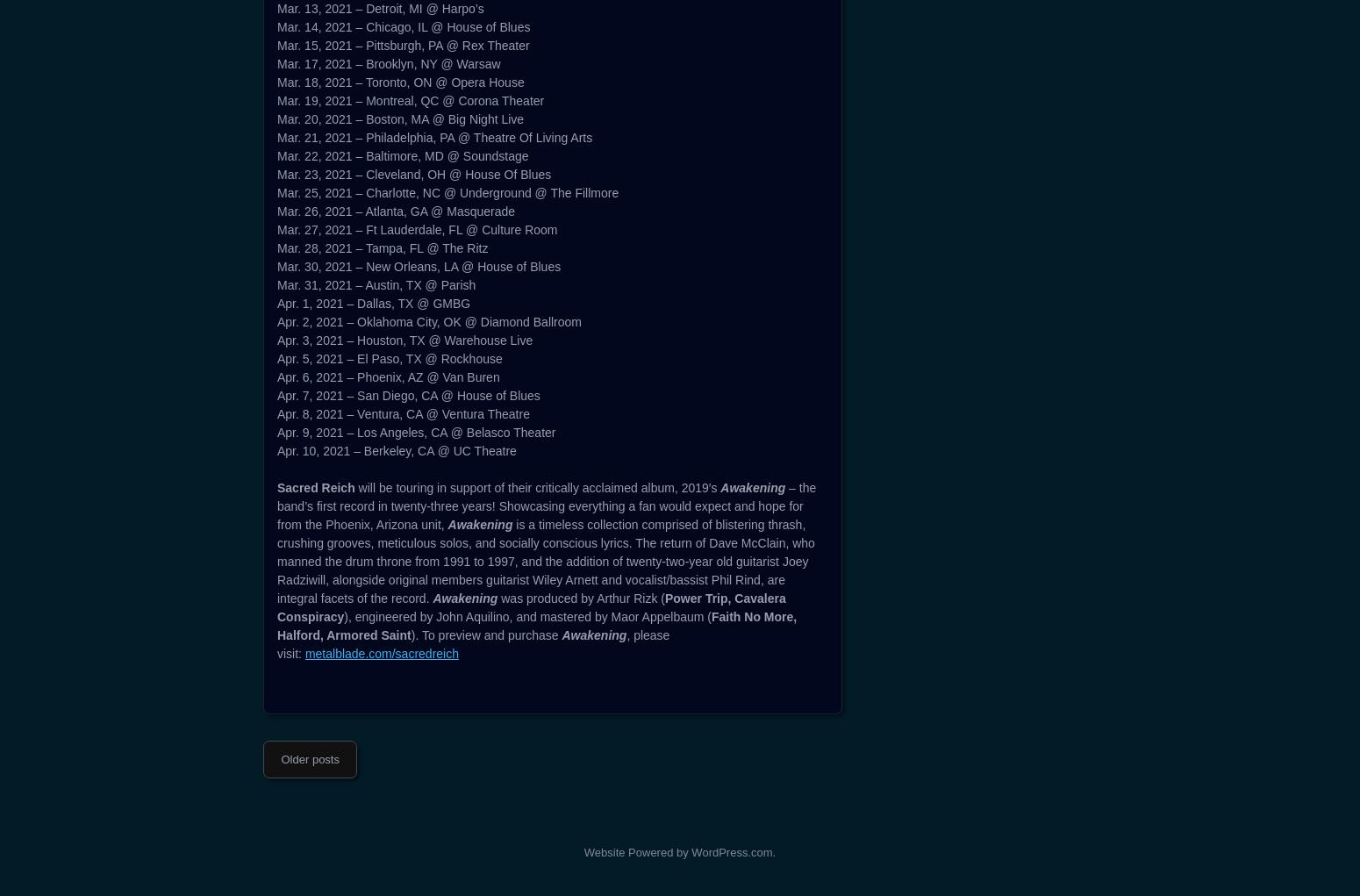  I want to click on 'See below for the complete itinerary, set for next year!', so click(422, 317).